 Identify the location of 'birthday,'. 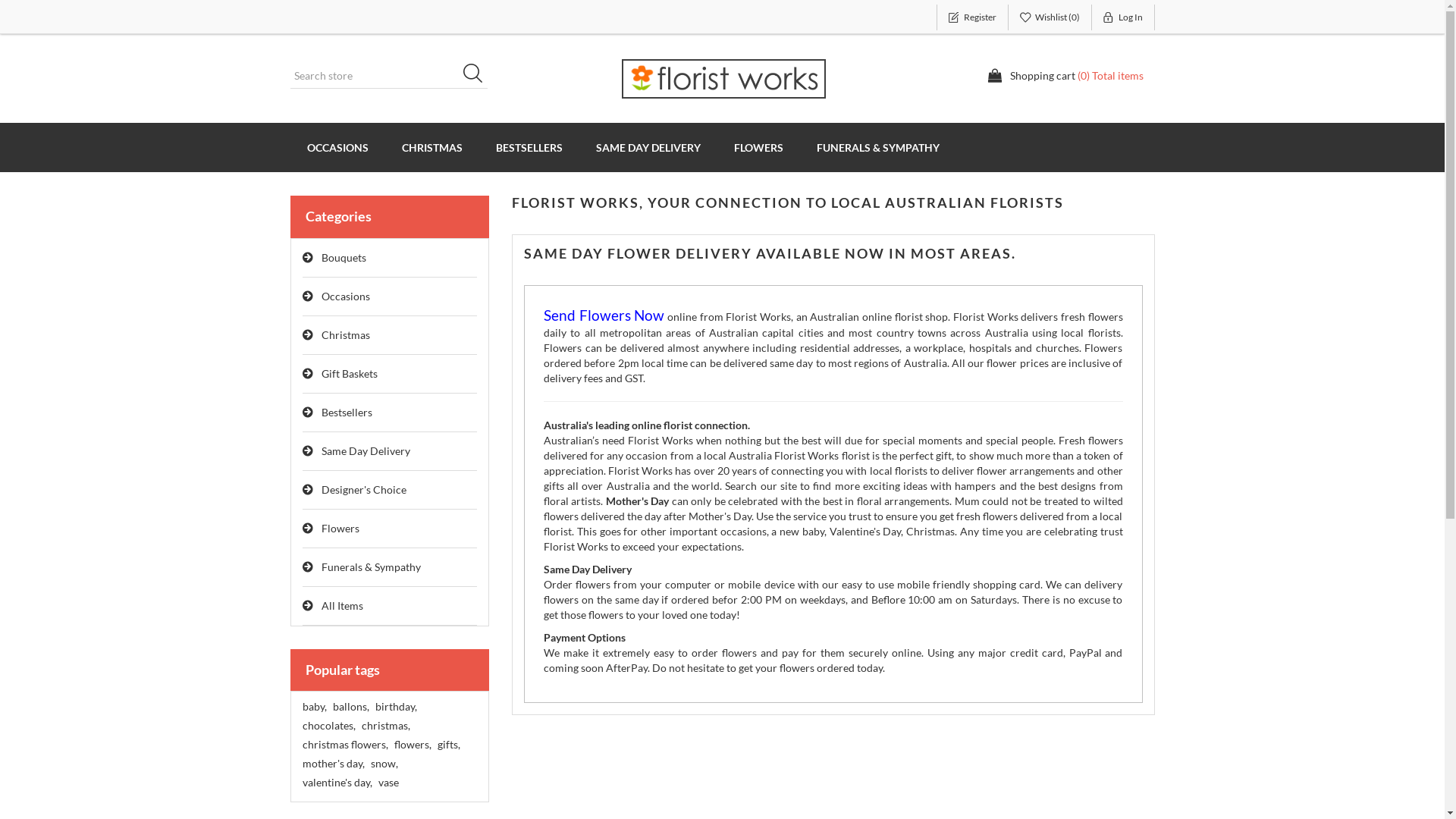
(375, 707).